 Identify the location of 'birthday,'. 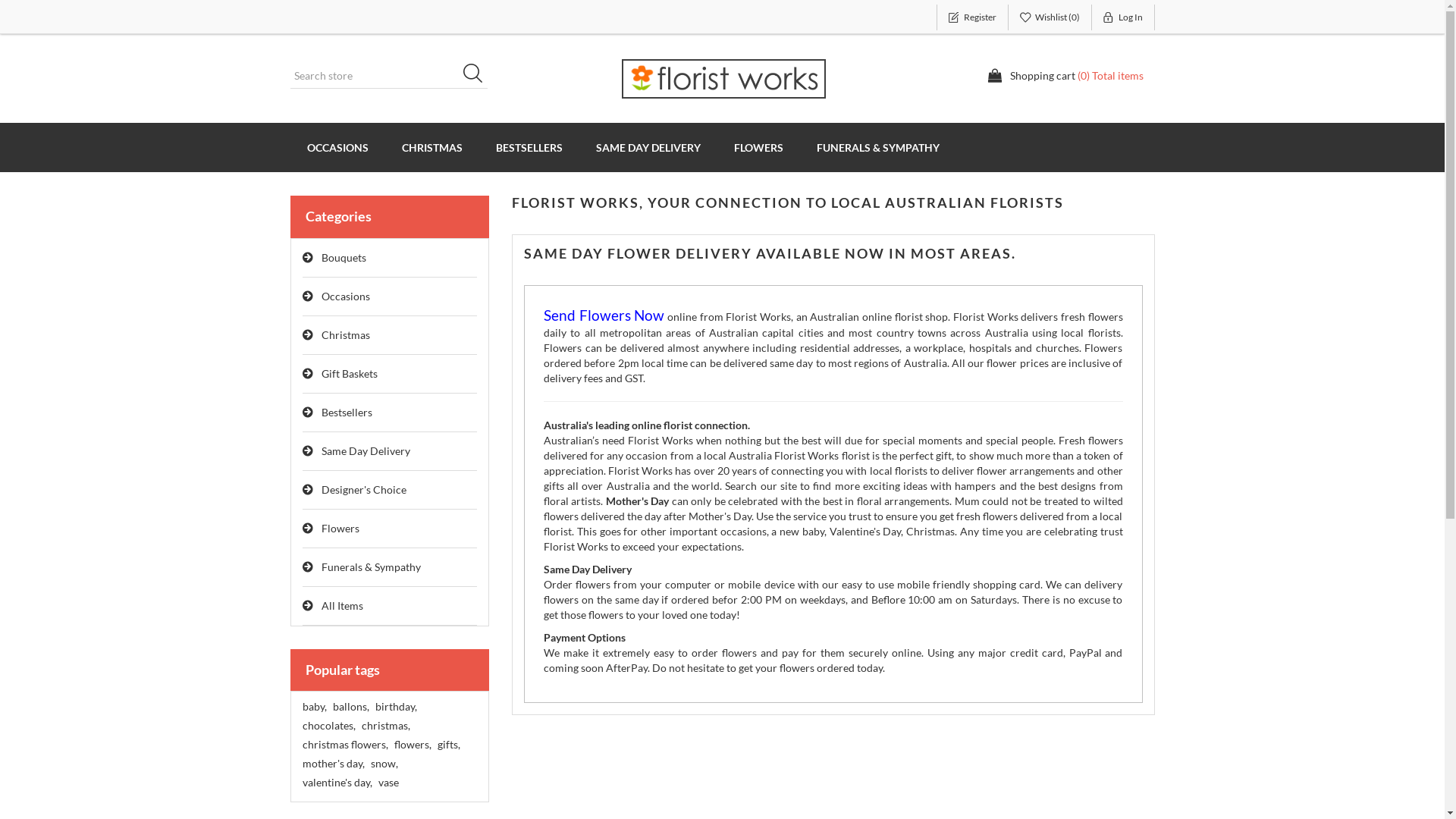
(375, 707).